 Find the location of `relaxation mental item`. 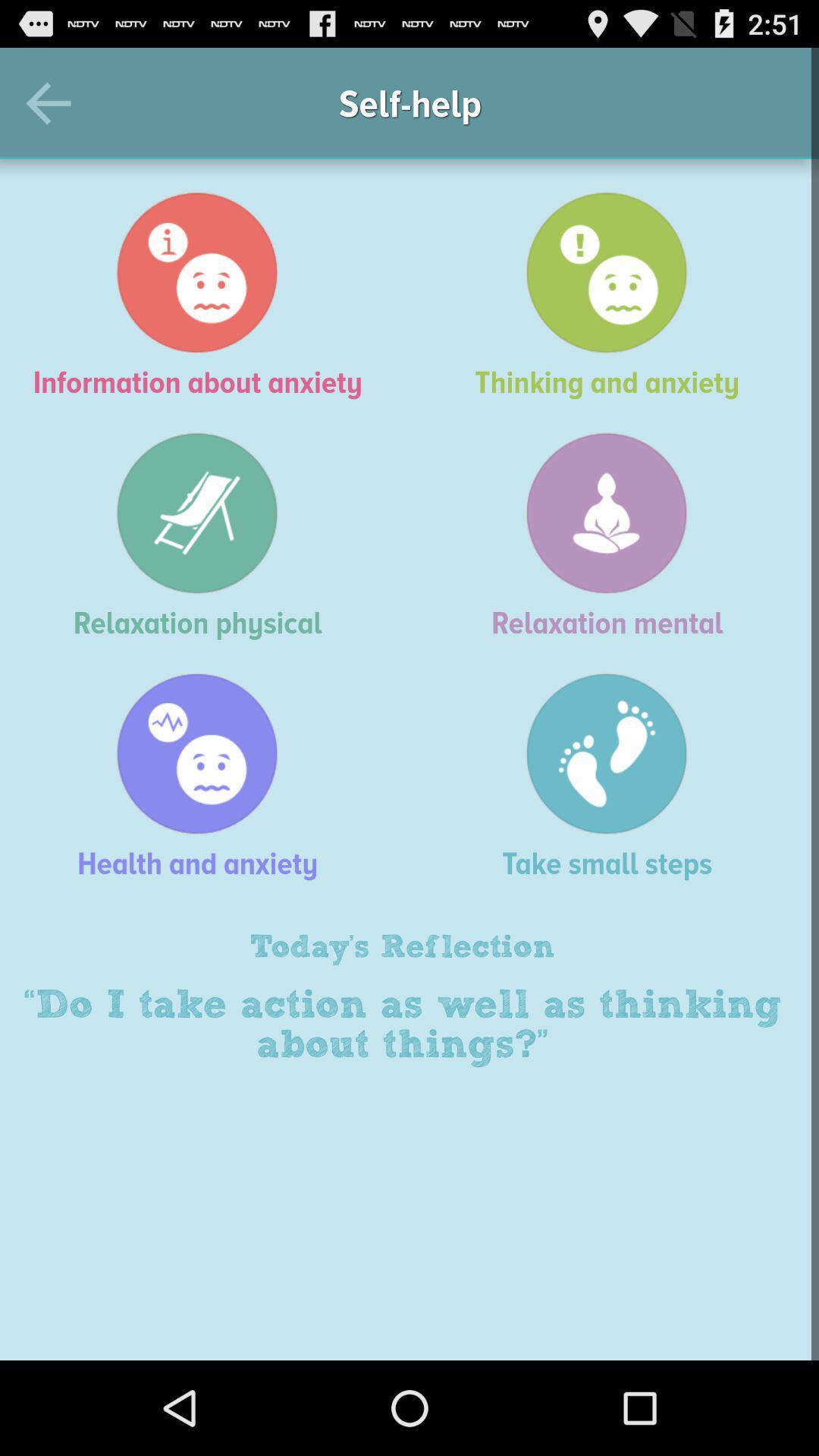

relaxation mental item is located at coordinates (614, 535).